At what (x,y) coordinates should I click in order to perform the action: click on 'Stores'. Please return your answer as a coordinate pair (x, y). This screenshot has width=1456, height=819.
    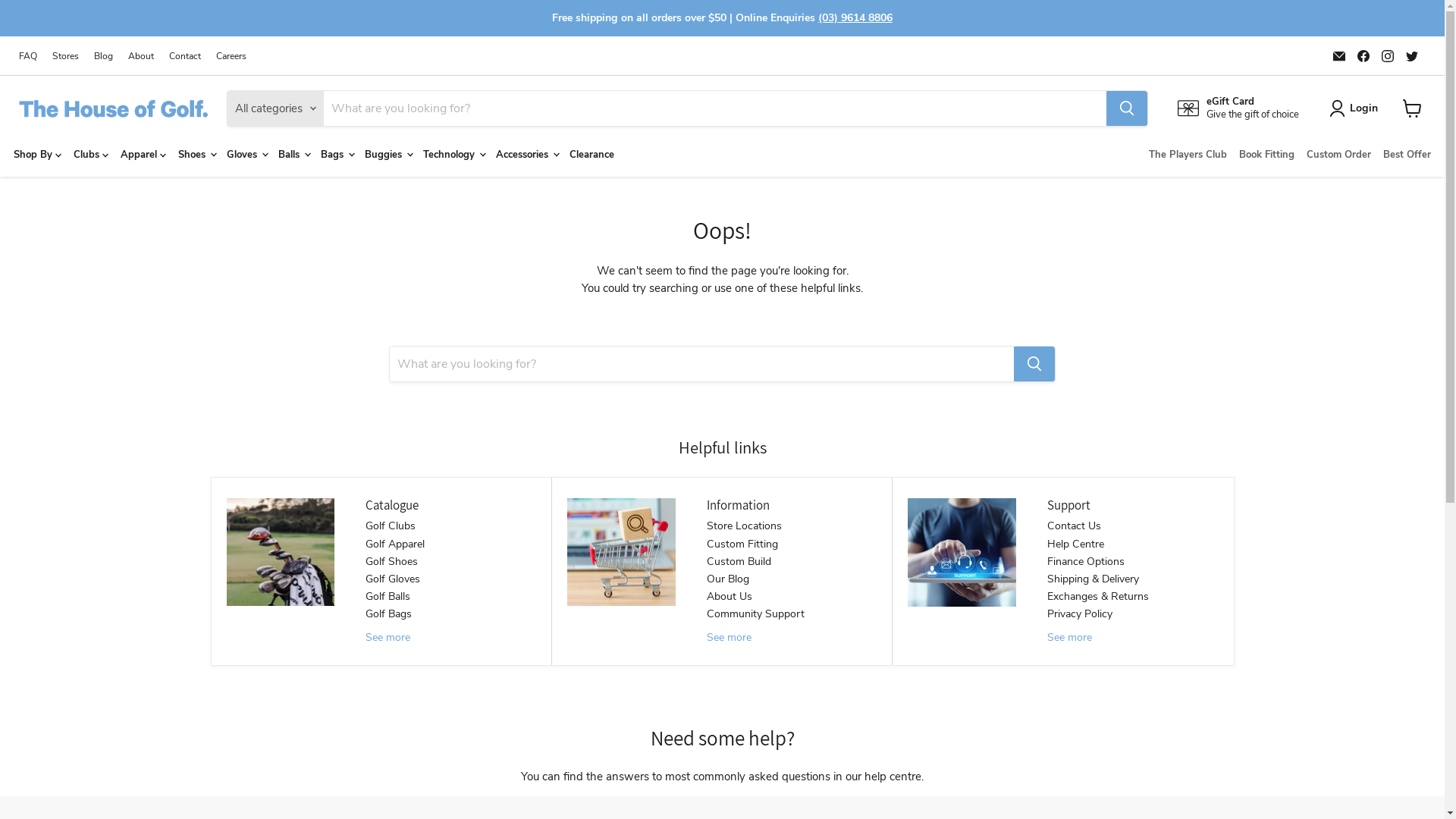
    Looking at the image, I should click on (52, 55).